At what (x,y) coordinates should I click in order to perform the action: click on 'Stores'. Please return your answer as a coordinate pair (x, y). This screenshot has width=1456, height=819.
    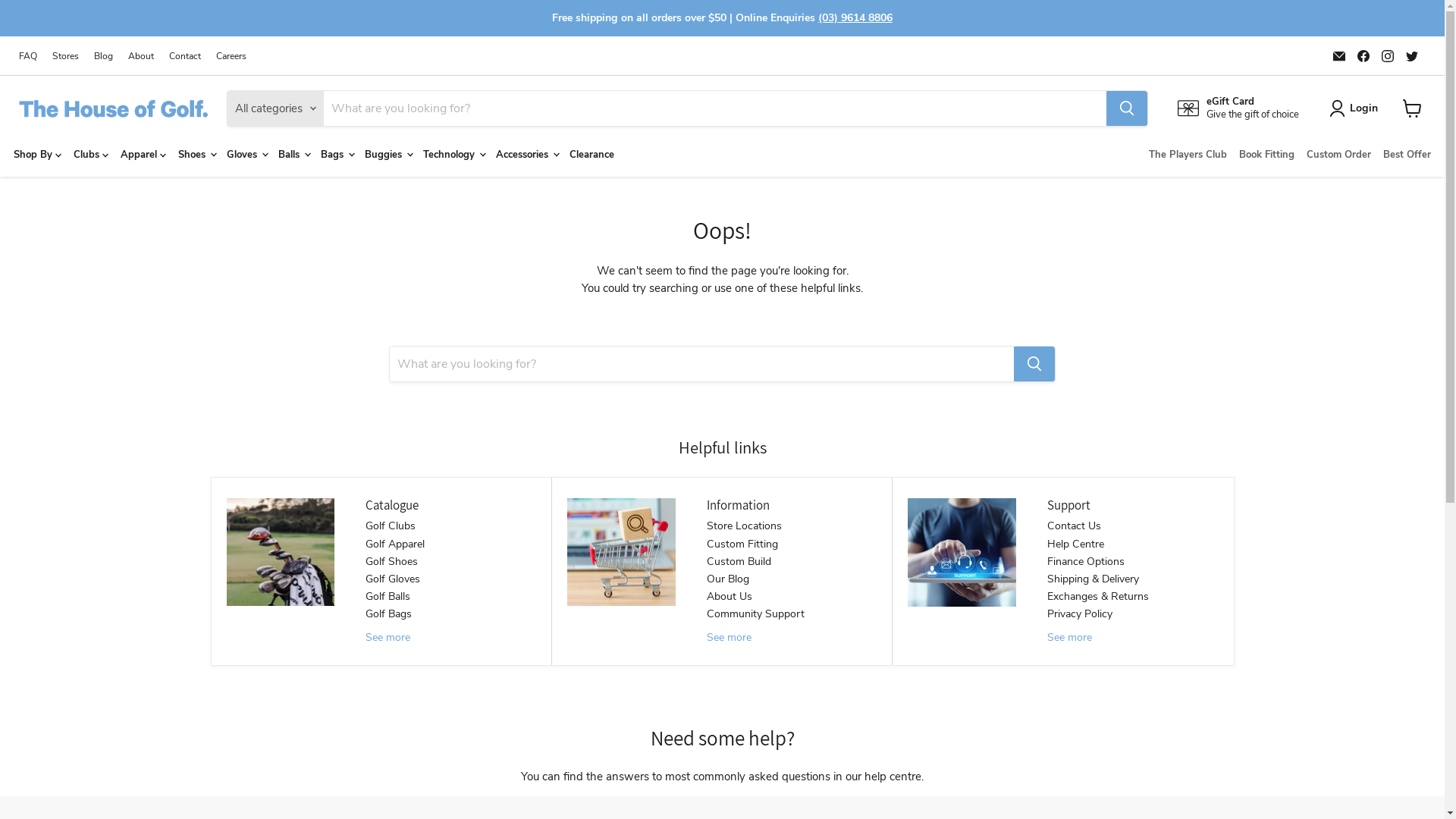
    Looking at the image, I should click on (52, 55).